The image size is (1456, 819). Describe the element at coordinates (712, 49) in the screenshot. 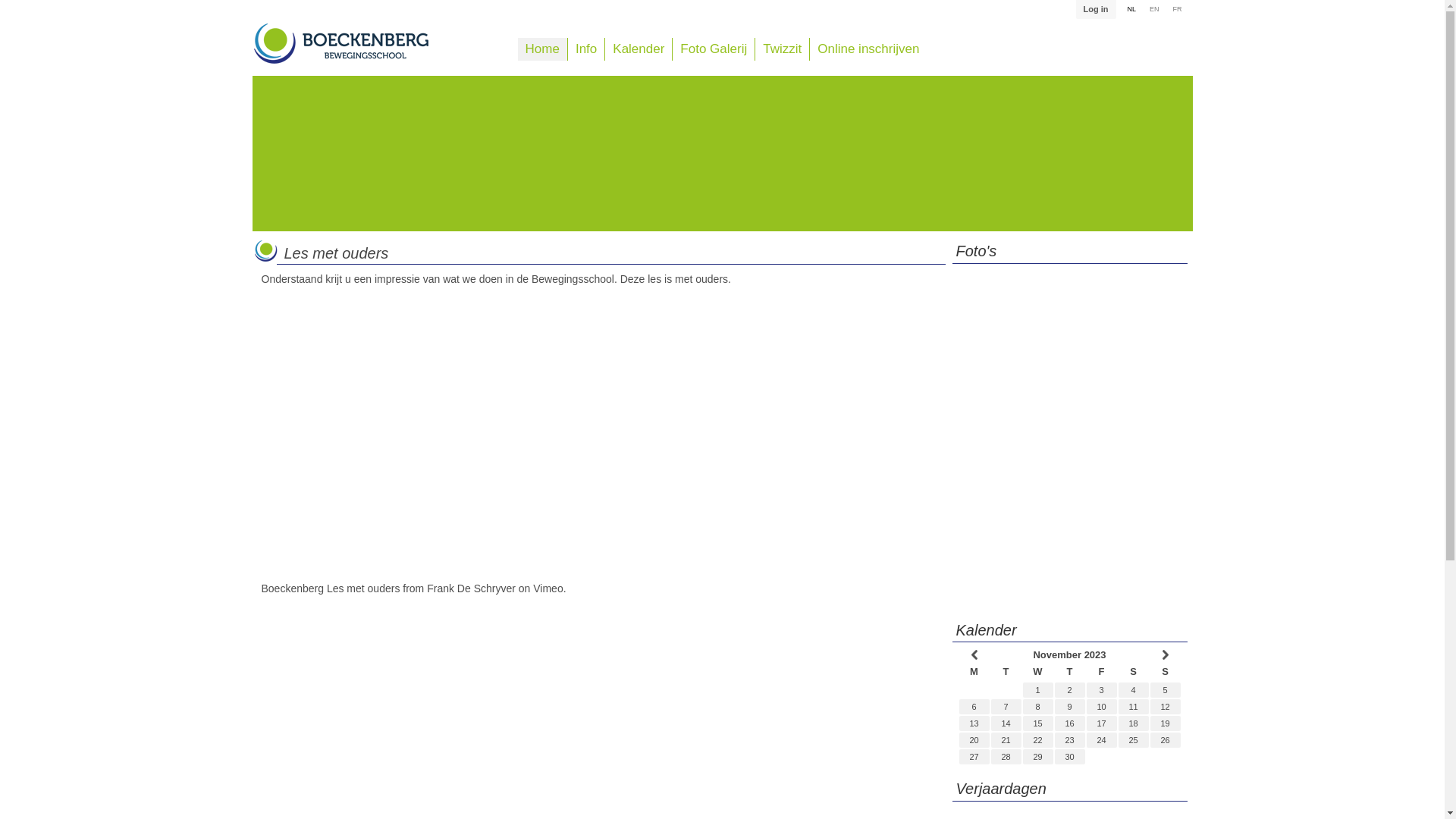

I see `'Foto Galerij'` at that location.